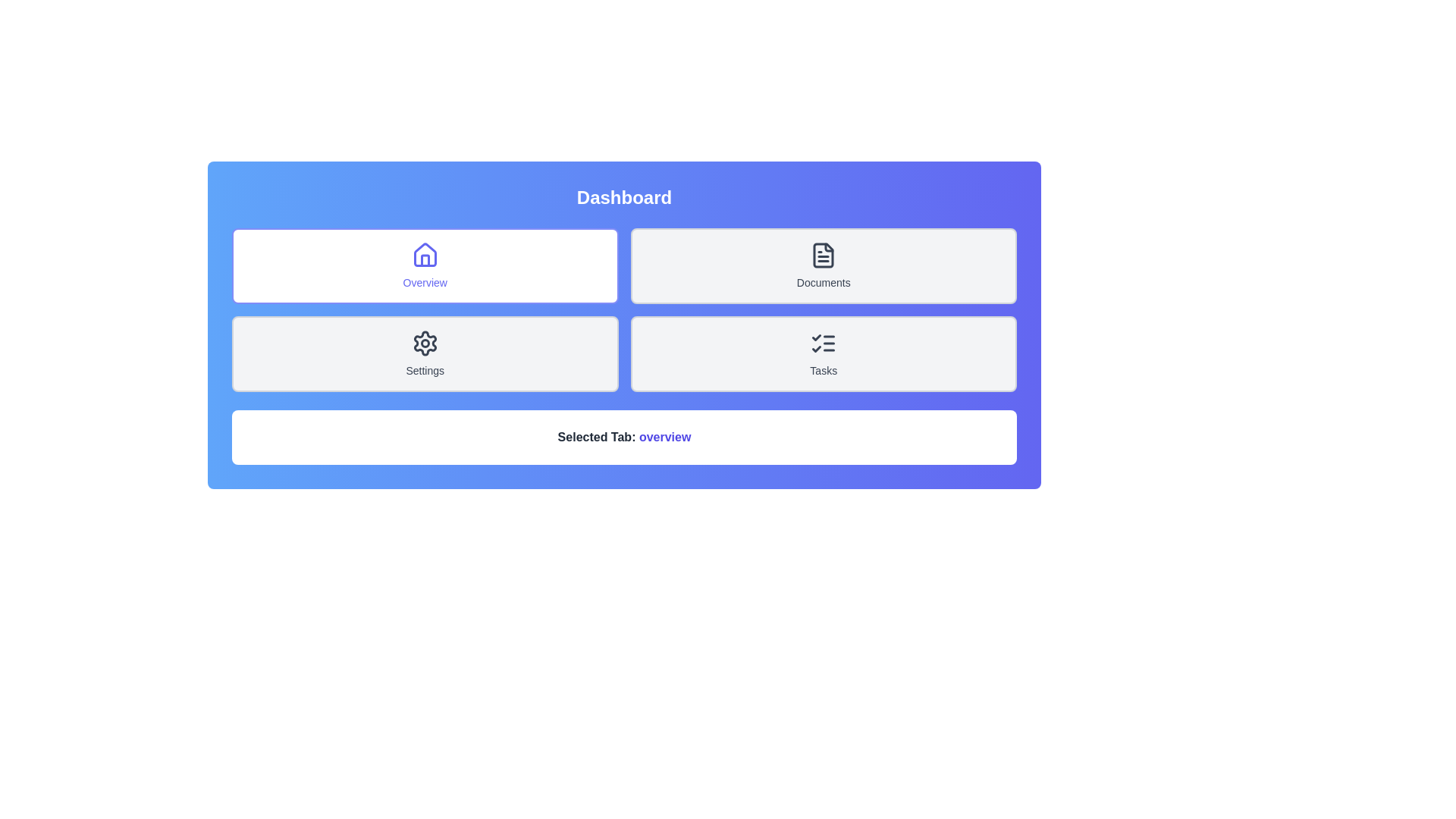  Describe the element at coordinates (823, 254) in the screenshot. I see `the document icon, which is styled as an outline of a page with lines indicating text, located in the second row, first column of the grid layout in the dashboard` at that location.